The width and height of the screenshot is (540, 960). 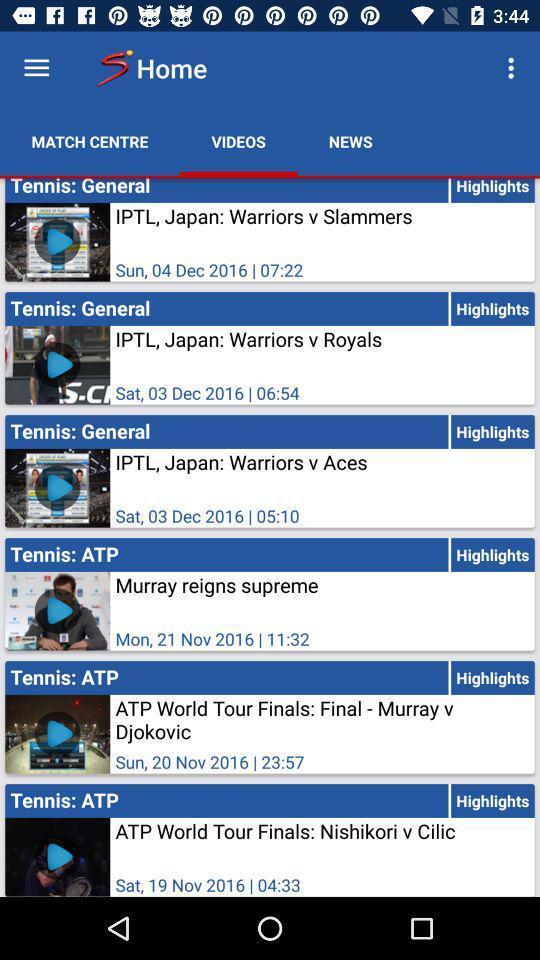 I want to click on the icon above the match centre, so click(x=36, y=68).